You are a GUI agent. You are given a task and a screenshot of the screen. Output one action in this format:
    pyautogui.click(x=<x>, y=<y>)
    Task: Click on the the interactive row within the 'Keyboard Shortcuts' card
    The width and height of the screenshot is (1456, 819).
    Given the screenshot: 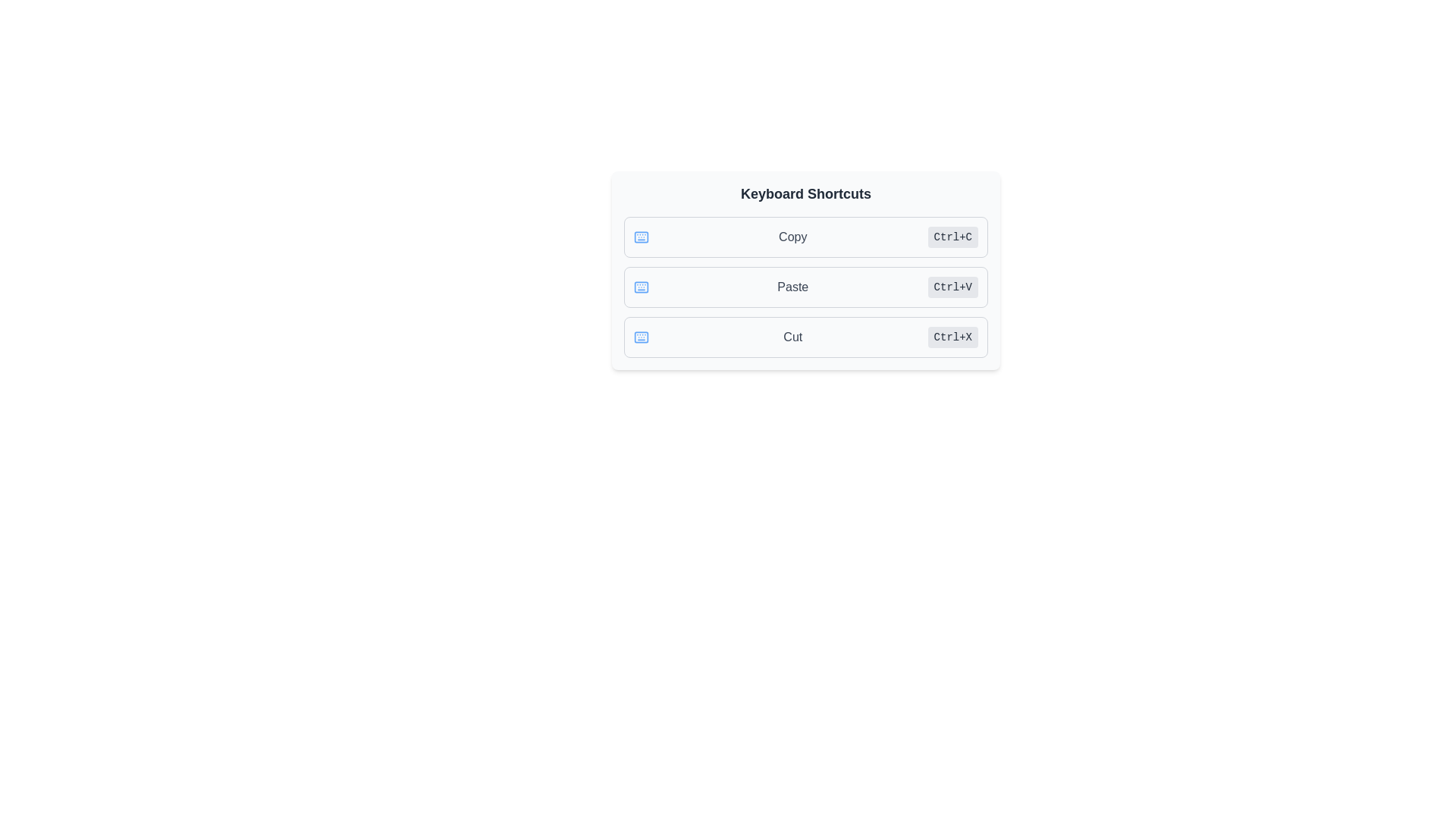 What is the action you would take?
    pyautogui.click(x=805, y=287)
    